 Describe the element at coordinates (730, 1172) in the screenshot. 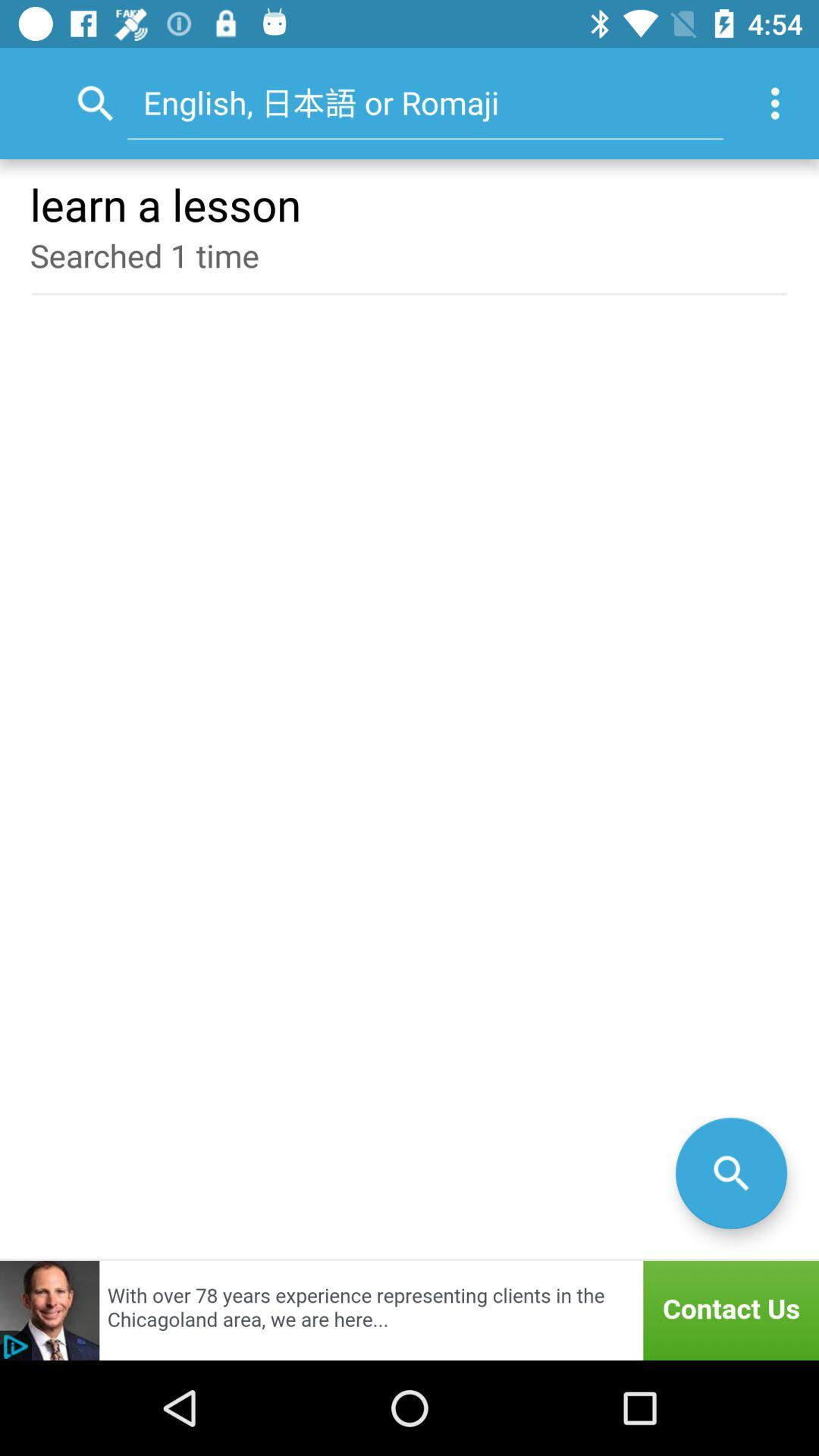

I see `the icon at the bottom right corner` at that location.